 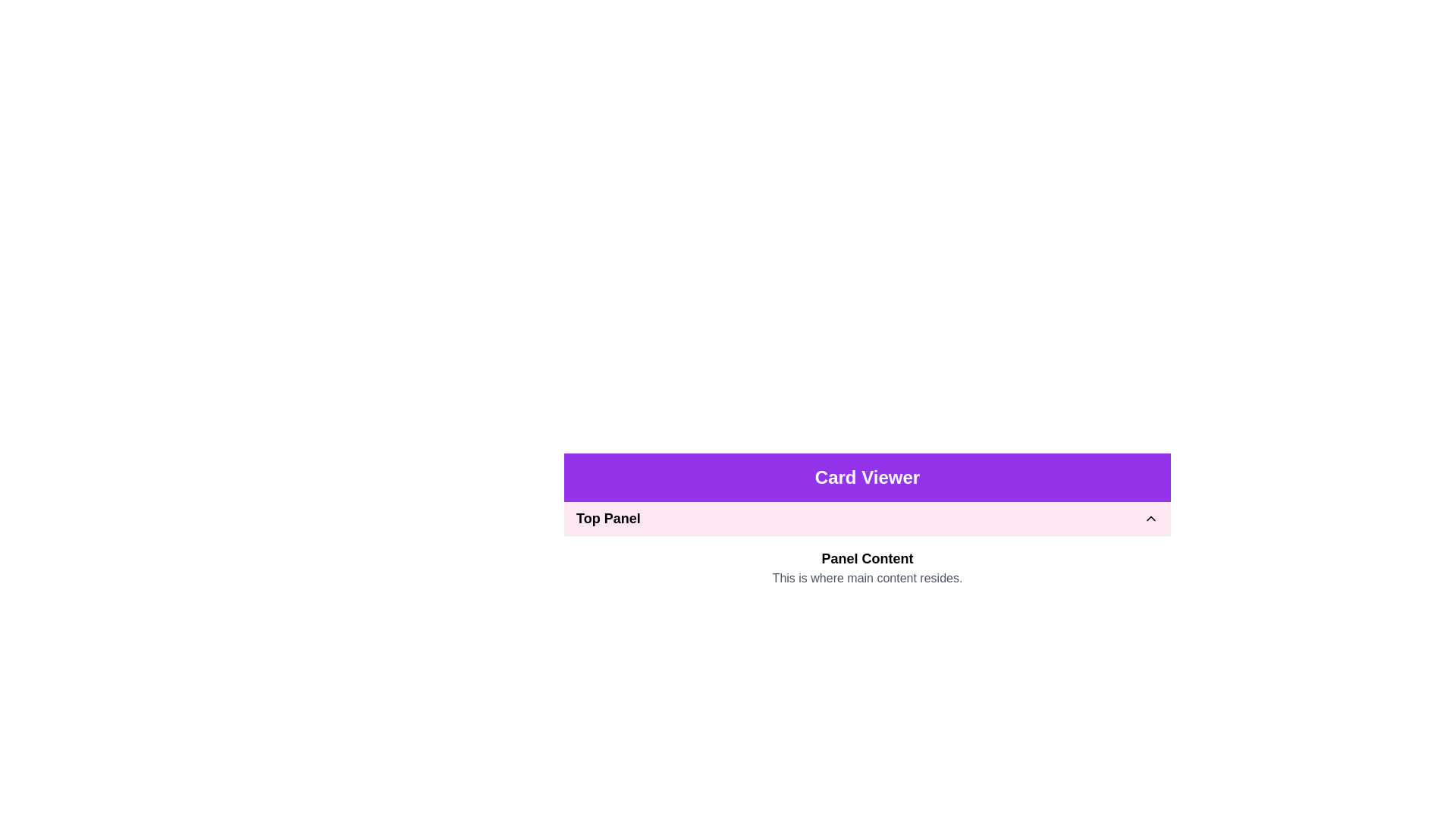 I want to click on the button located to the far right of the 'Top Panel' section, next to the text 'Top Panel', so click(x=1150, y=517).